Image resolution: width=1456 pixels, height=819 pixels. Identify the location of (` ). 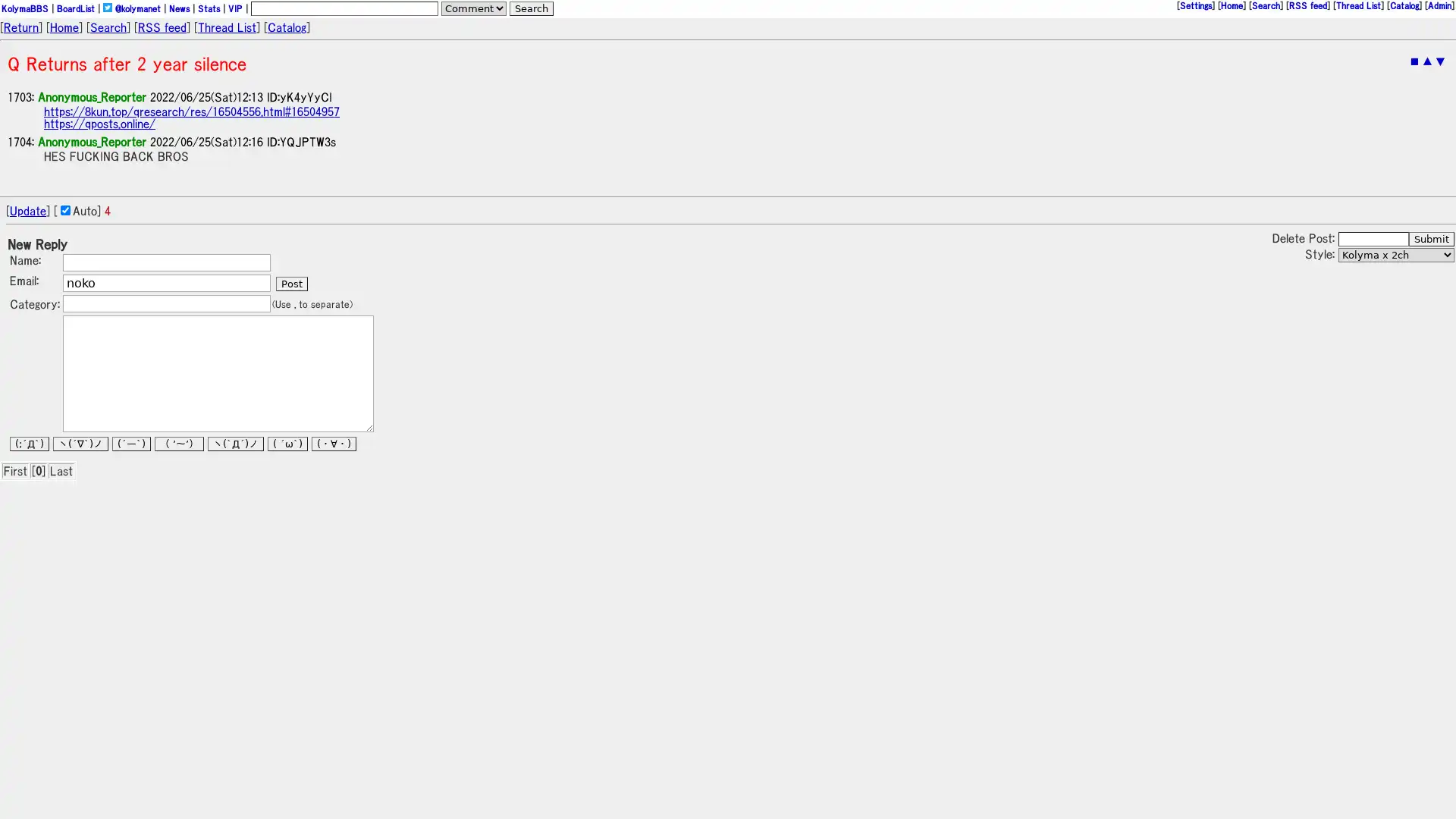
(235, 444).